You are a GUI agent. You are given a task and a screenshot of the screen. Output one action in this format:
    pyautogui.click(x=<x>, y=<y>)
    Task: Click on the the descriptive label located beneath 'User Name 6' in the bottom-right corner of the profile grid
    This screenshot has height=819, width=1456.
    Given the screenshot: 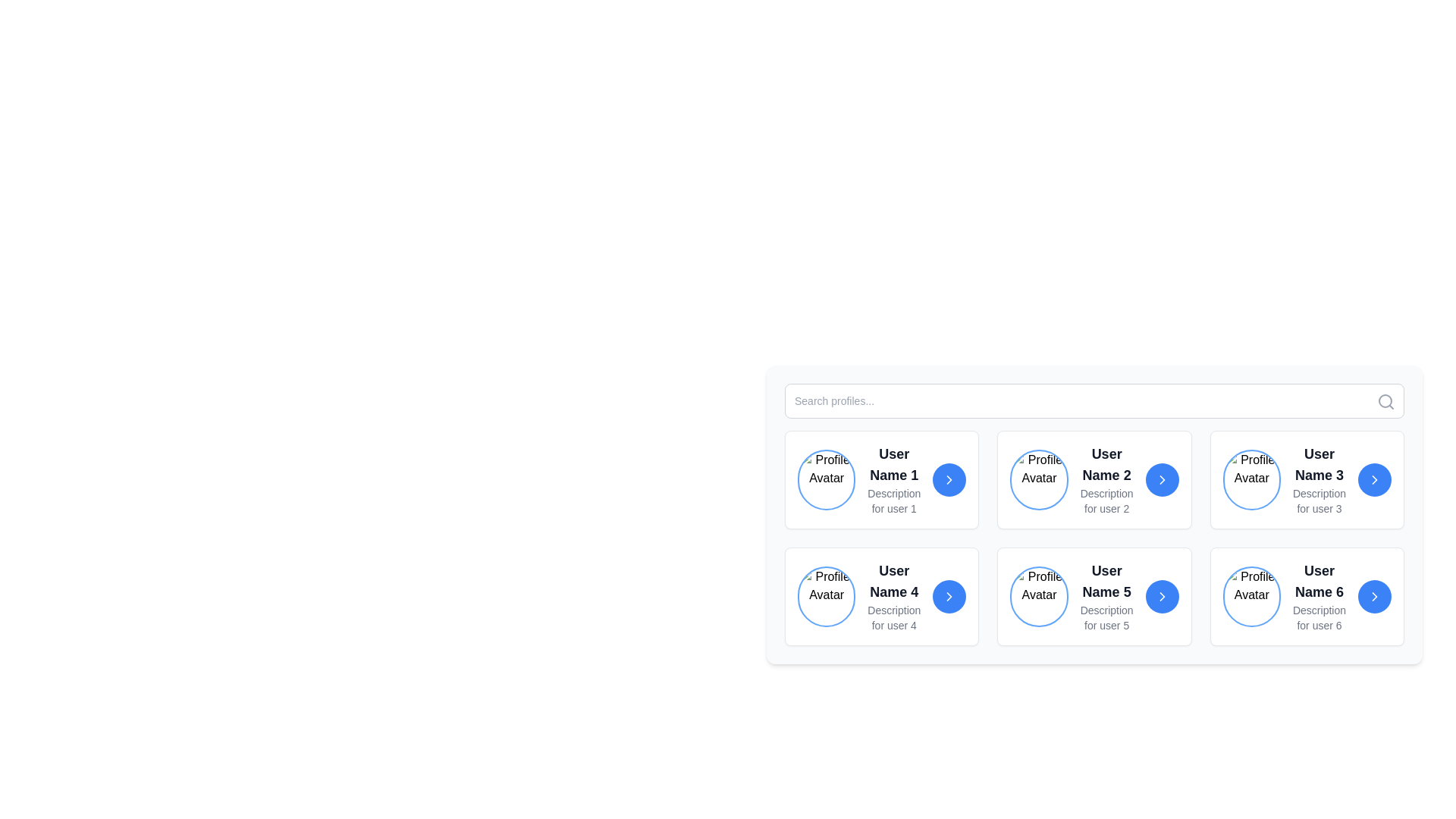 What is the action you would take?
    pyautogui.click(x=1318, y=617)
    